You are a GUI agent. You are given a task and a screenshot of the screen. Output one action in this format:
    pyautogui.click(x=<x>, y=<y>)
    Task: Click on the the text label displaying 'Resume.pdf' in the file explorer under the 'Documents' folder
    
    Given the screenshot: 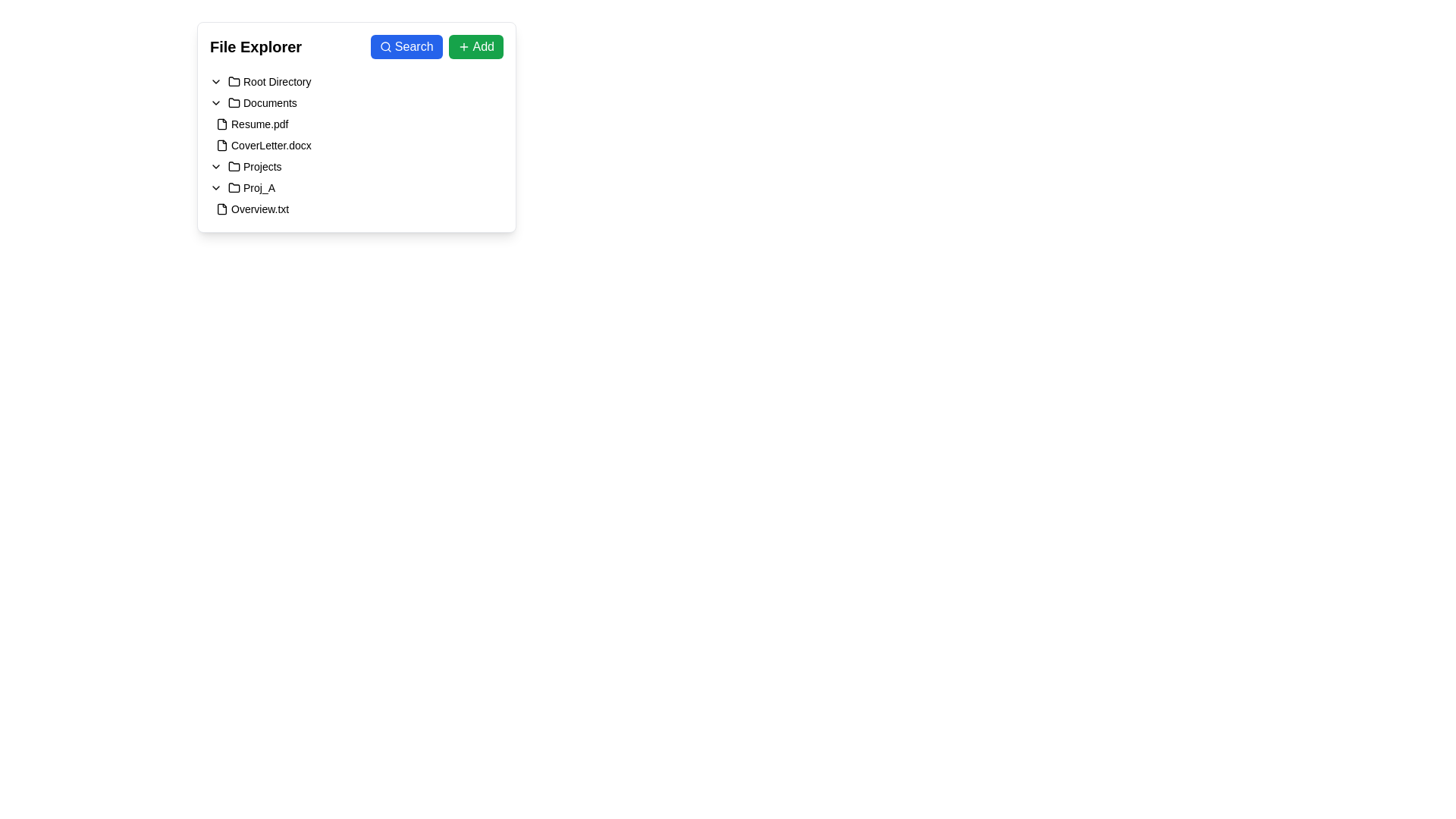 What is the action you would take?
    pyautogui.click(x=259, y=124)
    